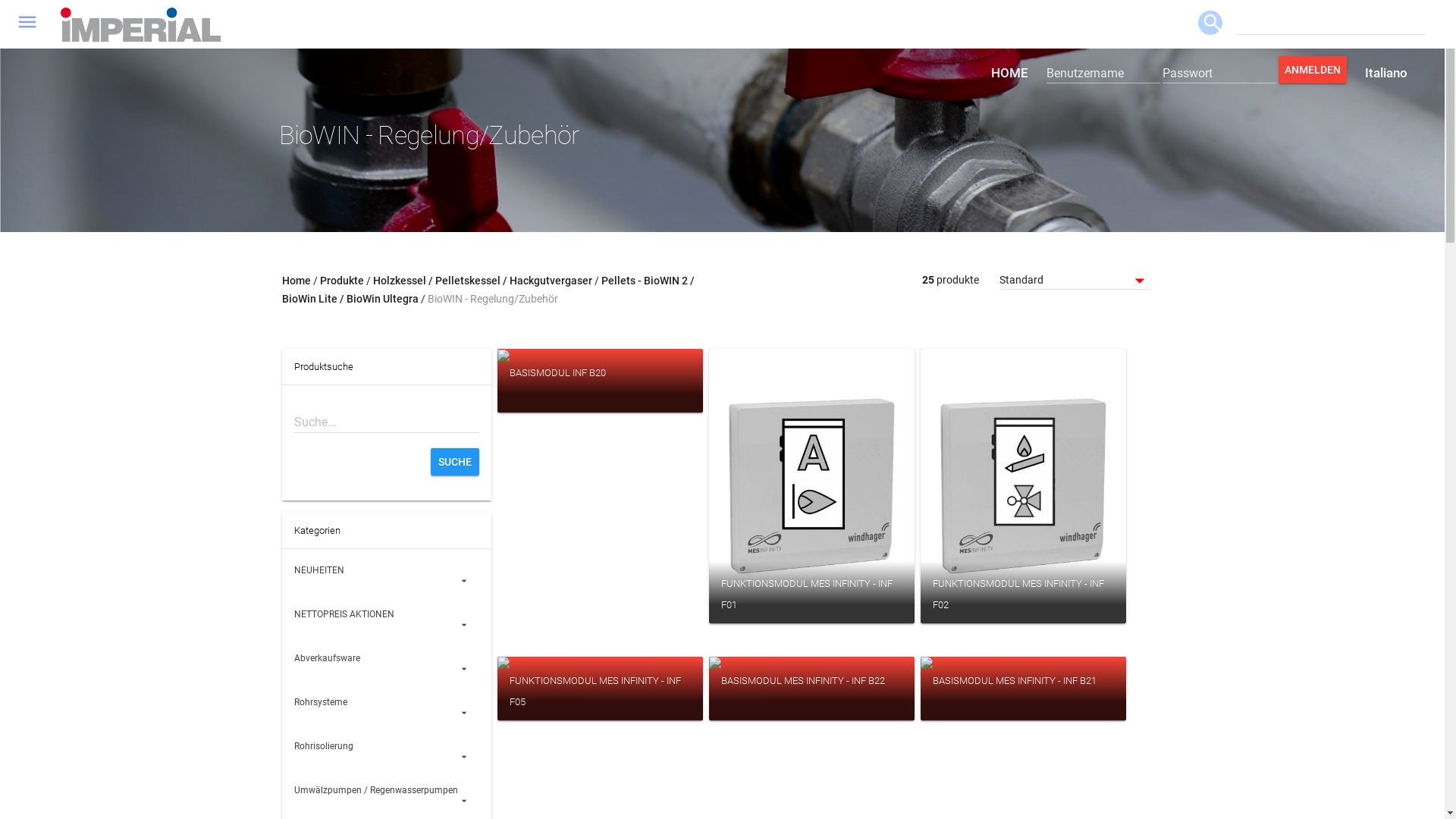 The height and width of the screenshot is (819, 1456). Describe the element at coordinates (1312, 70) in the screenshot. I see `'ANMELDEN'` at that location.